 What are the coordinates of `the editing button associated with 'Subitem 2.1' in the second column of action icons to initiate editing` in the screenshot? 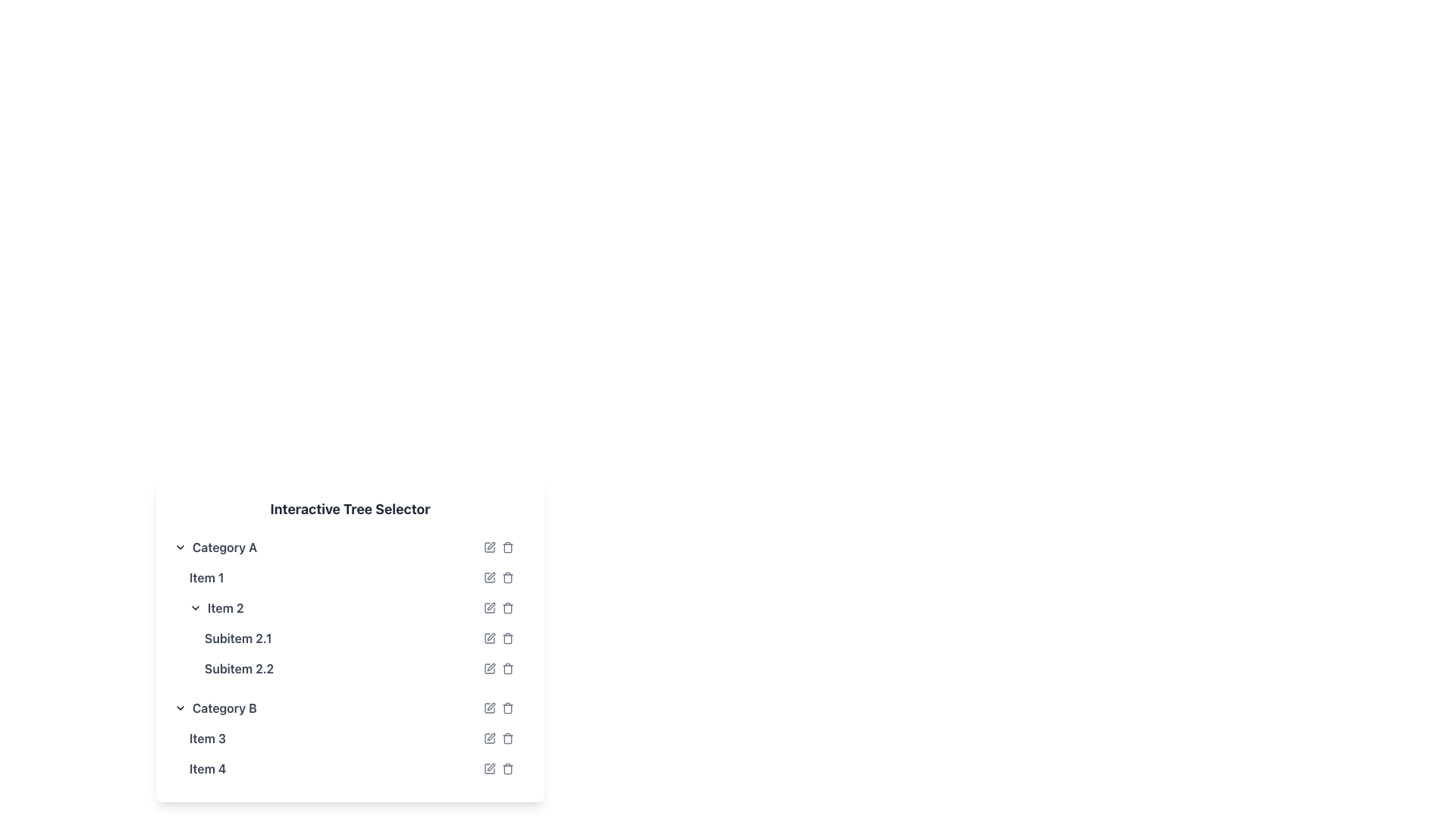 It's located at (490, 638).